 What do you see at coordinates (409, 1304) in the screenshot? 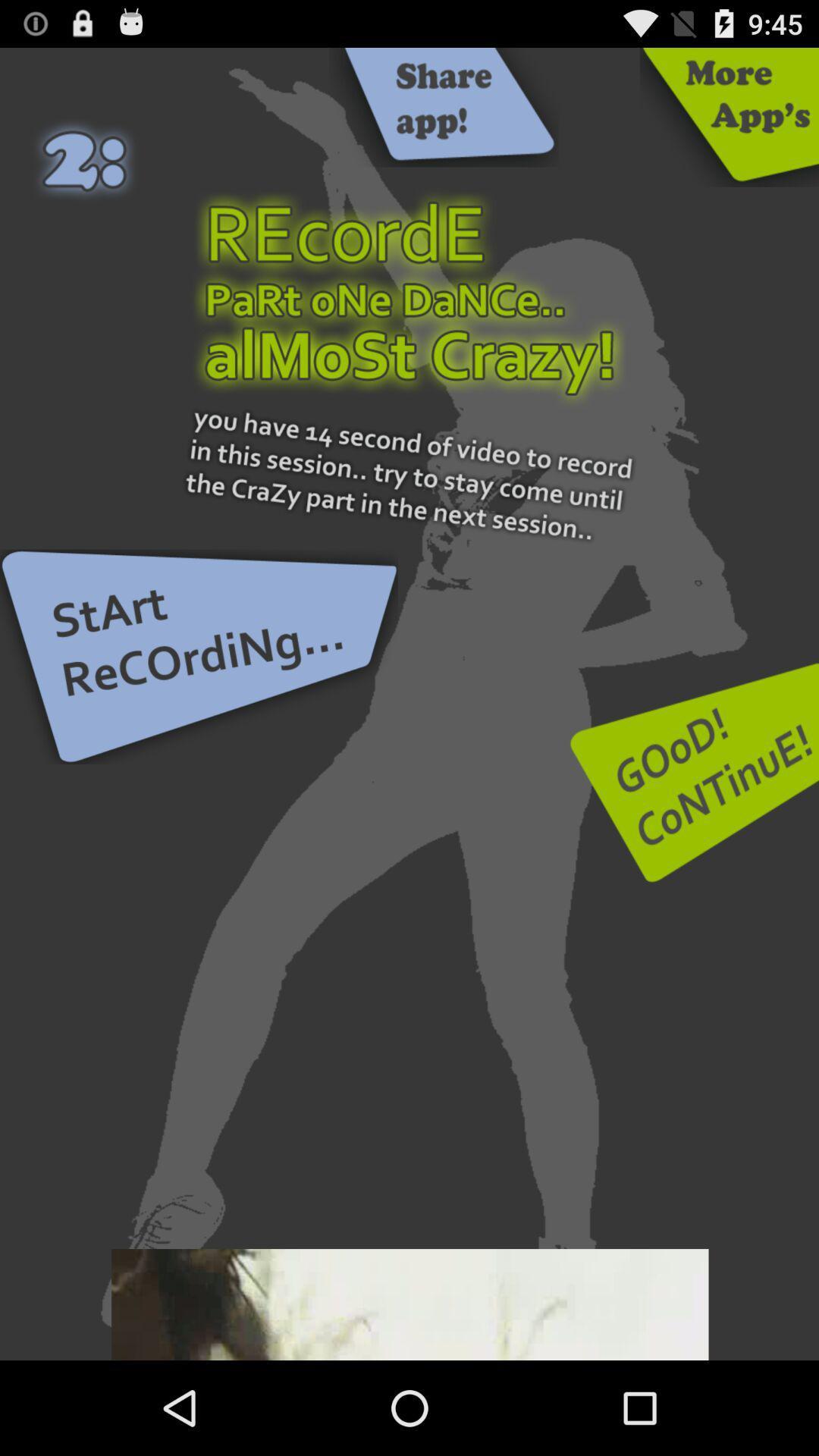
I see `this add watch` at bounding box center [409, 1304].